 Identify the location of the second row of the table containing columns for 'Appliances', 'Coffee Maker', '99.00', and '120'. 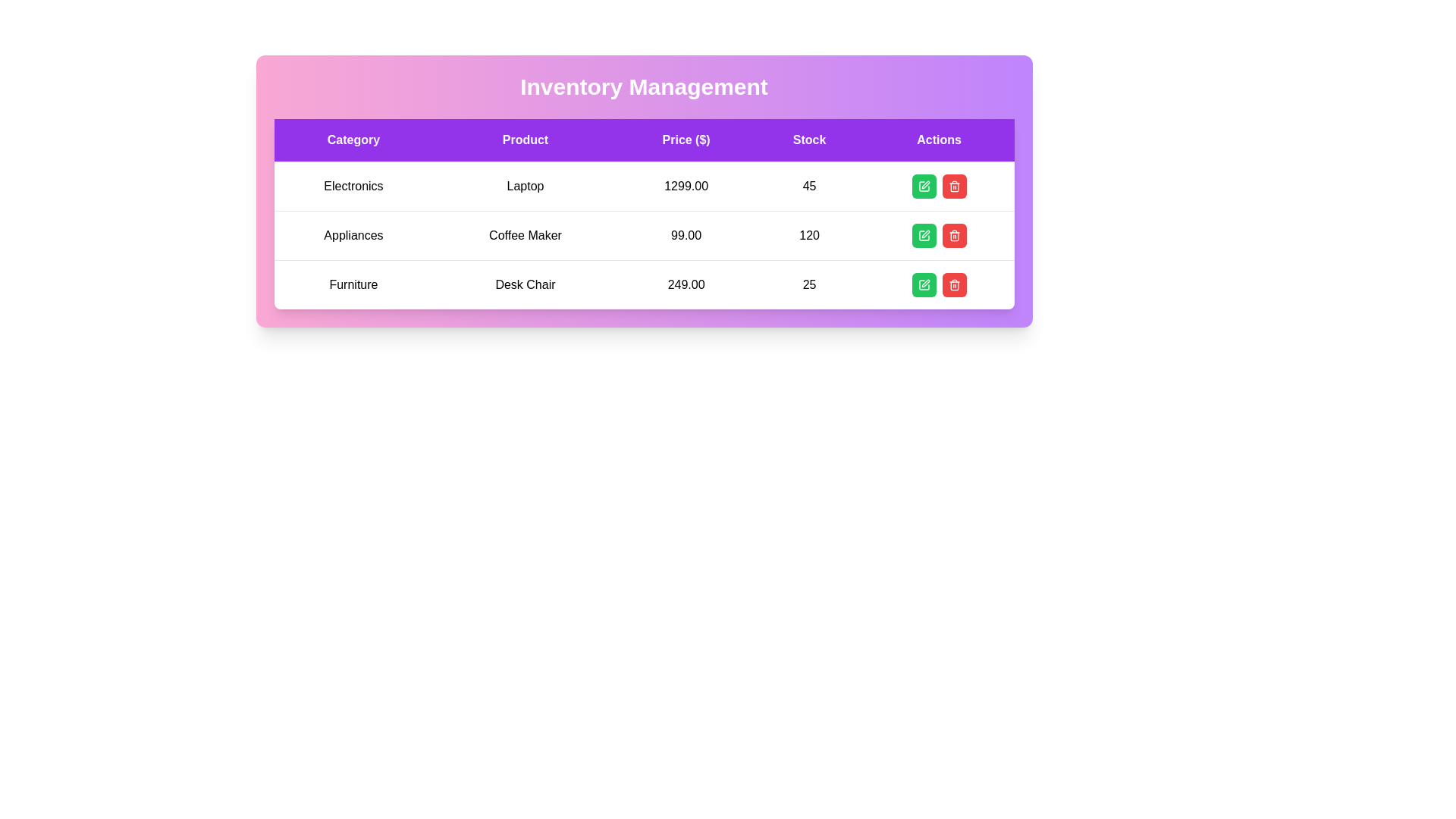
(644, 236).